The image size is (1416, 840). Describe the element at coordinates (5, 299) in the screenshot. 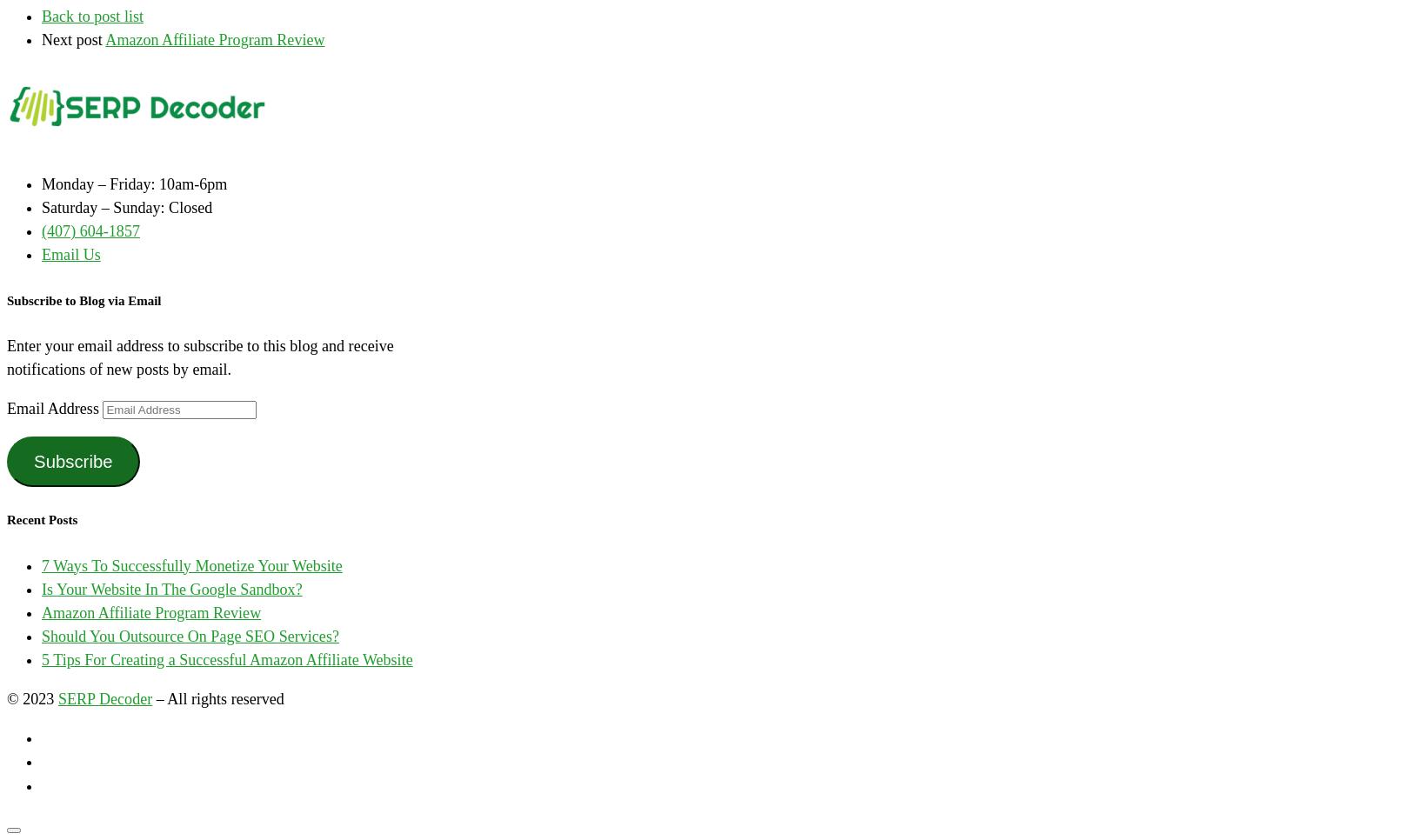

I see `'Subscribe to Blog via Email'` at that location.